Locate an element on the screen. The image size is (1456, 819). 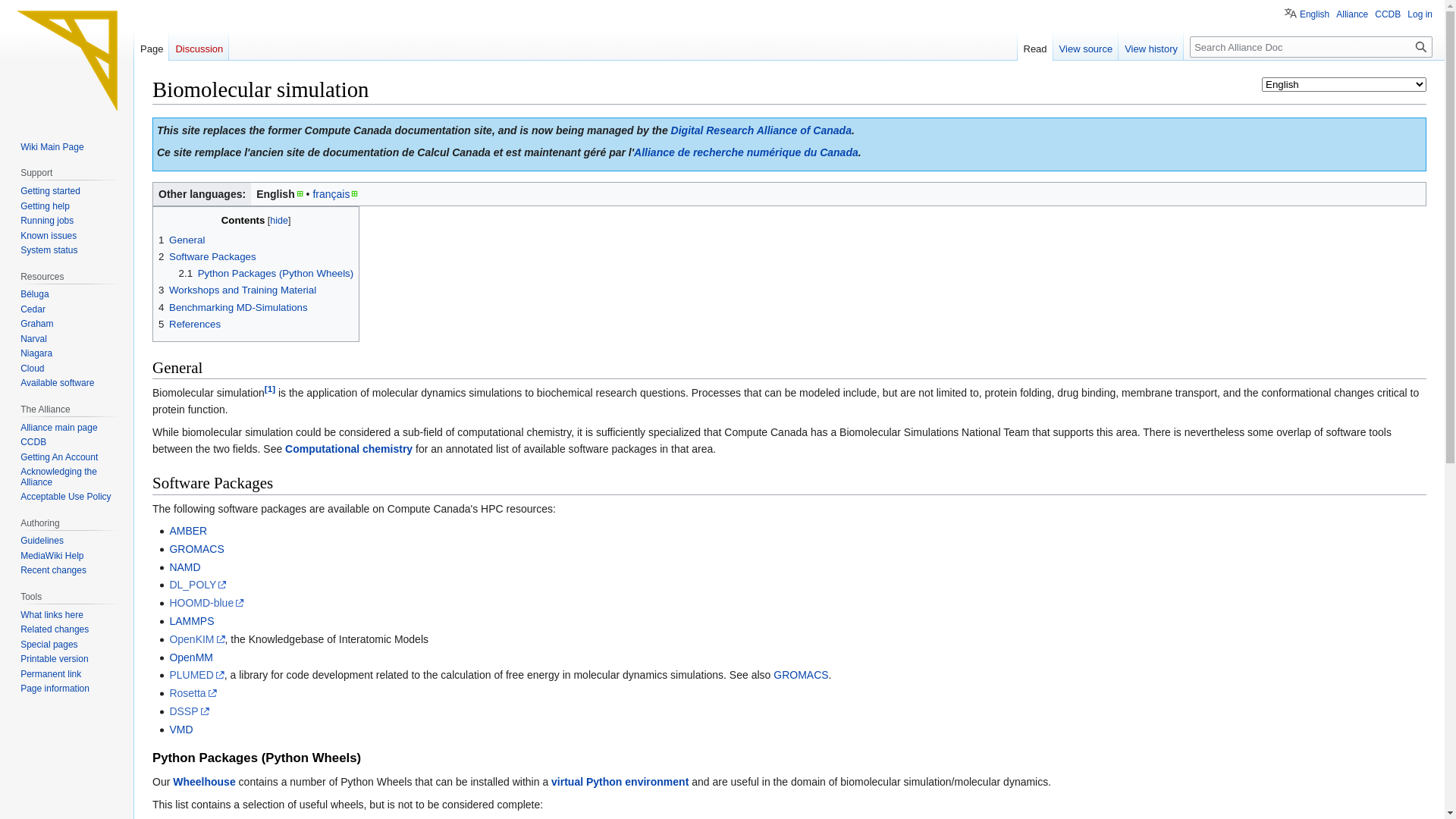
'Log in' is located at coordinates (1419, 14).